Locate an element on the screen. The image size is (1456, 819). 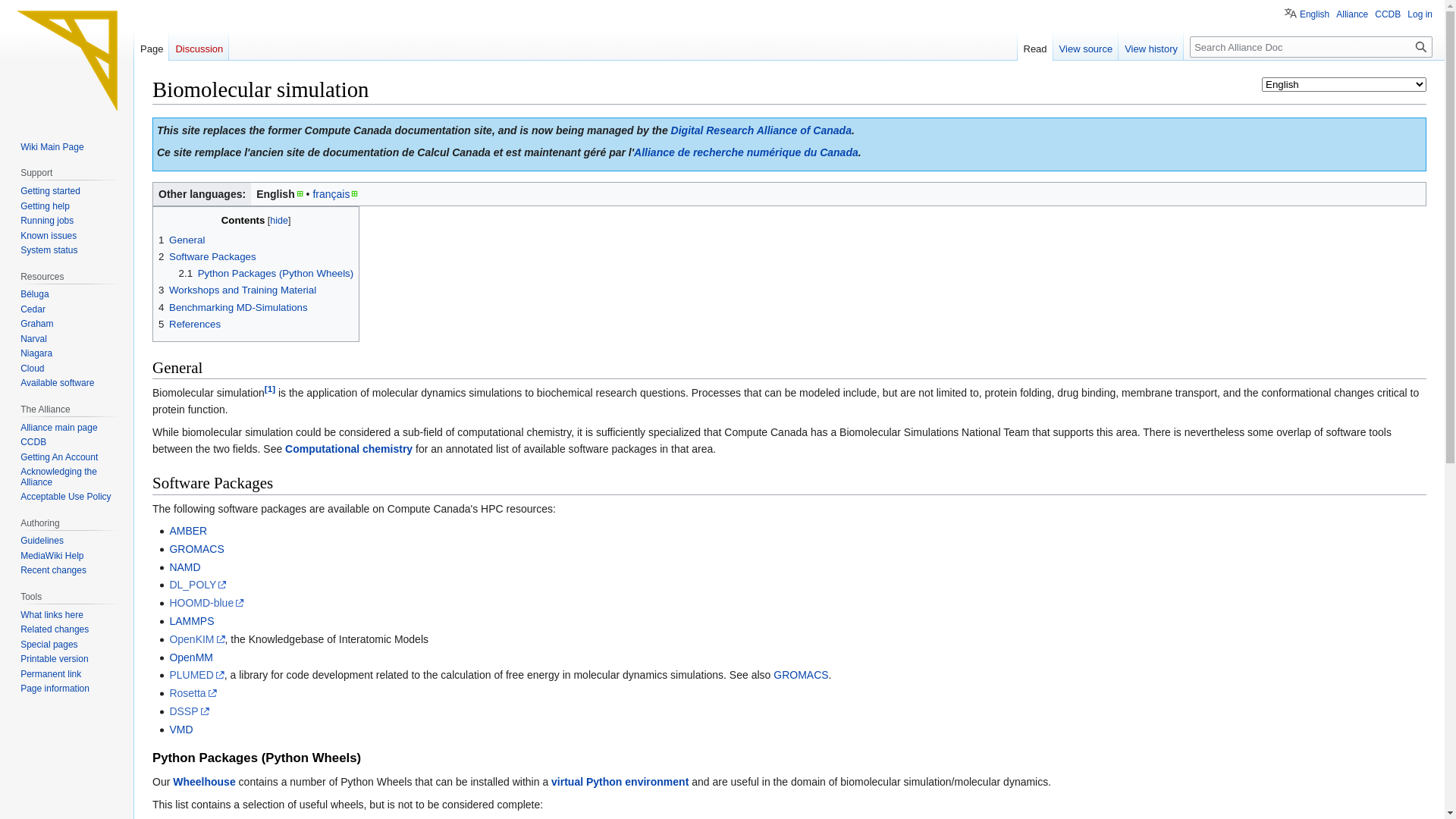
'Log in' is located at coordinates (1419, 14).